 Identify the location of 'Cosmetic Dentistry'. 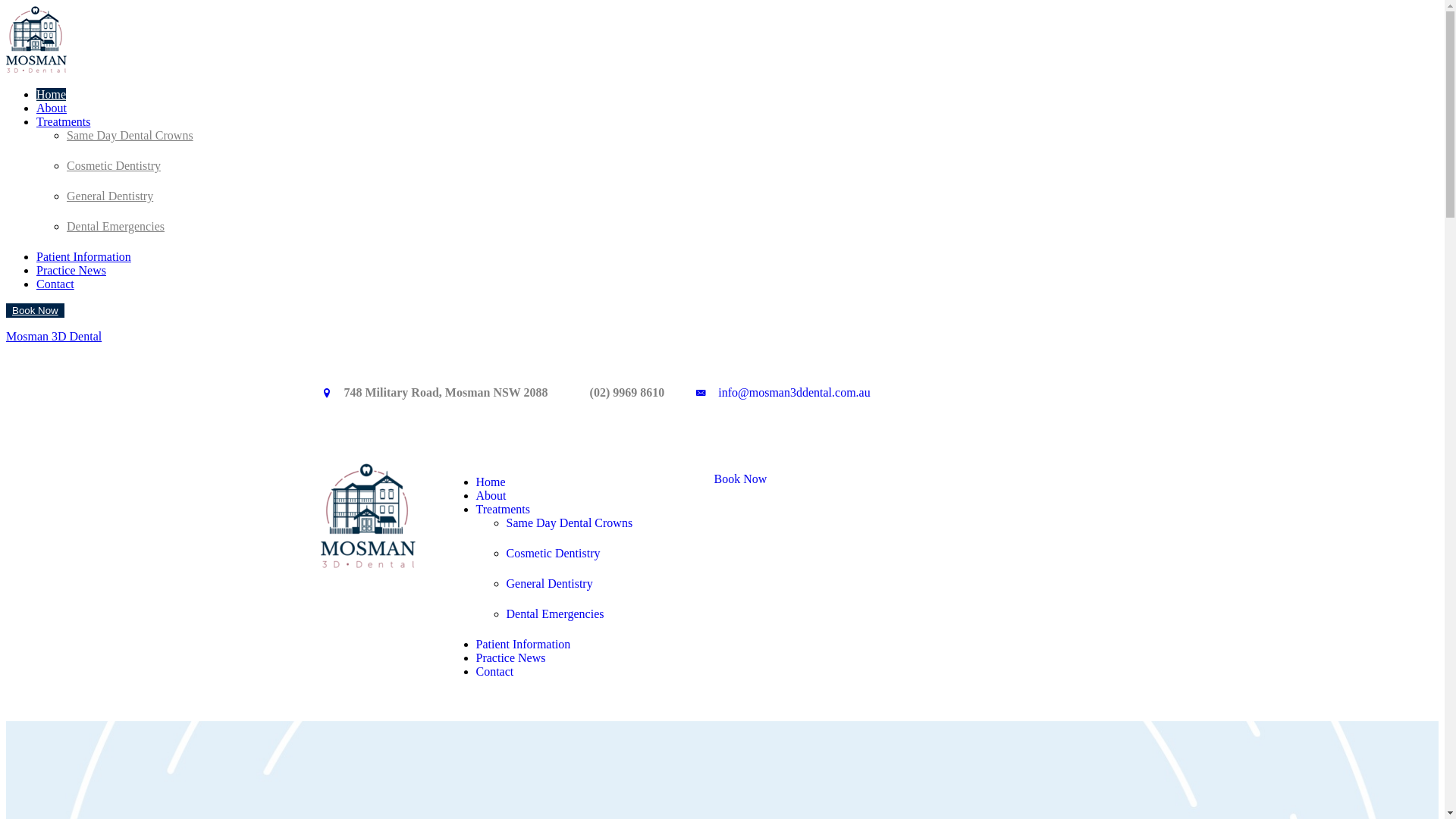
(112, 165).